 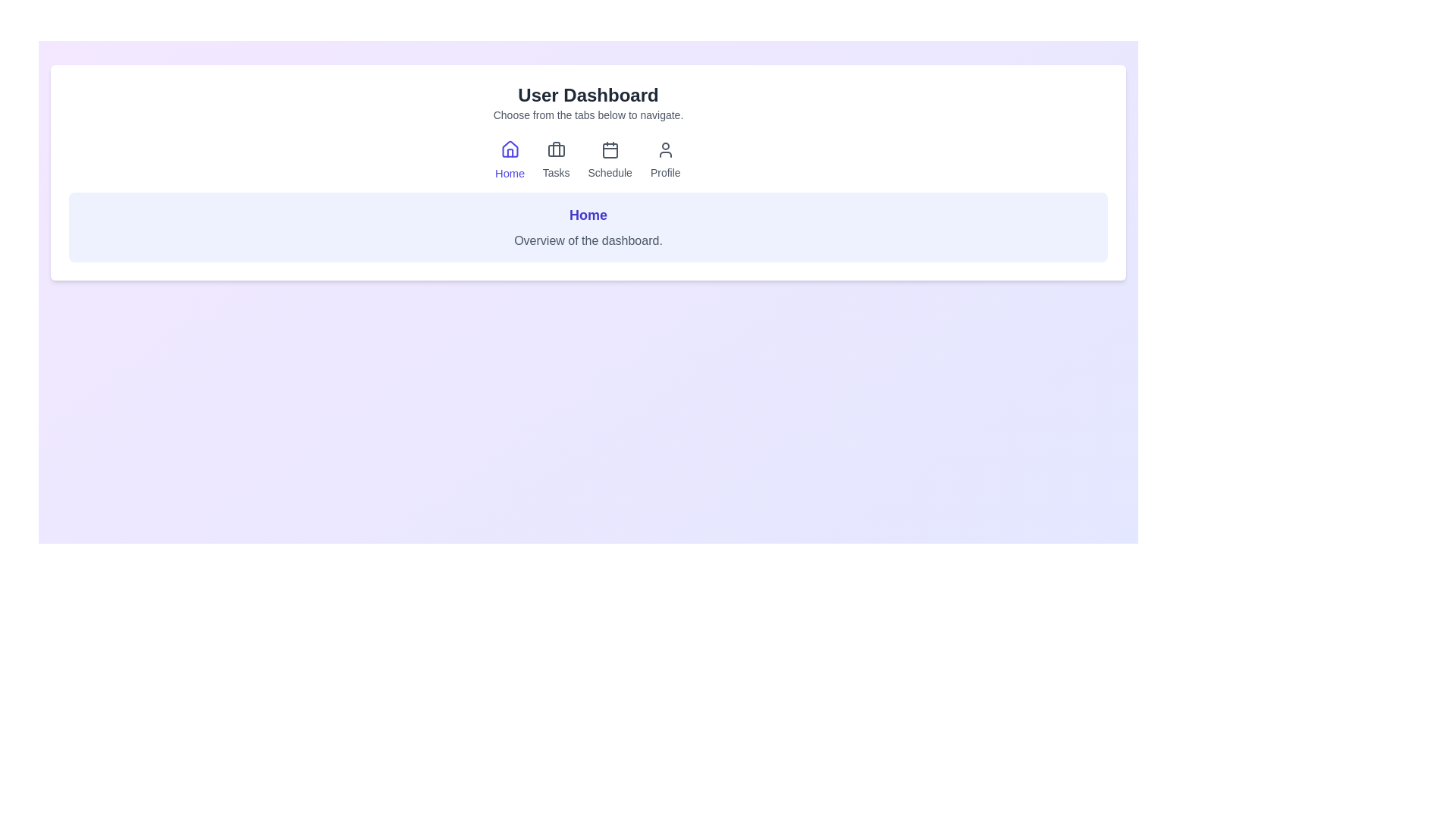 What do you see at coordinates (610, 161) in the screenshot?
I see `the third item in the navigation menu, which accesses the 'Schedule' section of the application, to observe hover effects` at bounding box center [610, 161].